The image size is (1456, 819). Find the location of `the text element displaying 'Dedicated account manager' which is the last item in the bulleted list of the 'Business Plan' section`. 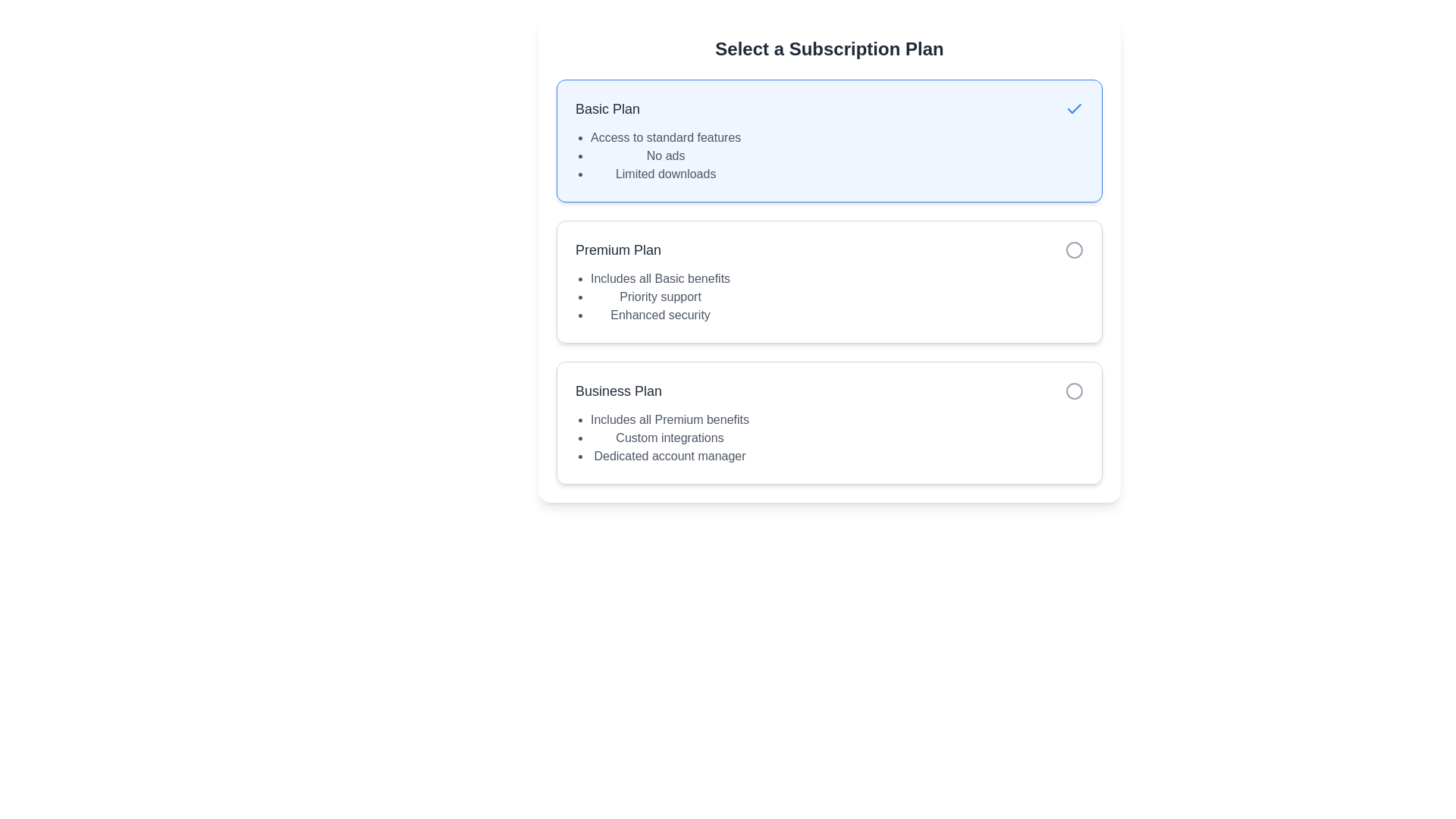

the text element displaying 'Dedicated account manager' which is the last item in the bulleted list of the 'Business Plan' section is located at coordinates (669, 455).